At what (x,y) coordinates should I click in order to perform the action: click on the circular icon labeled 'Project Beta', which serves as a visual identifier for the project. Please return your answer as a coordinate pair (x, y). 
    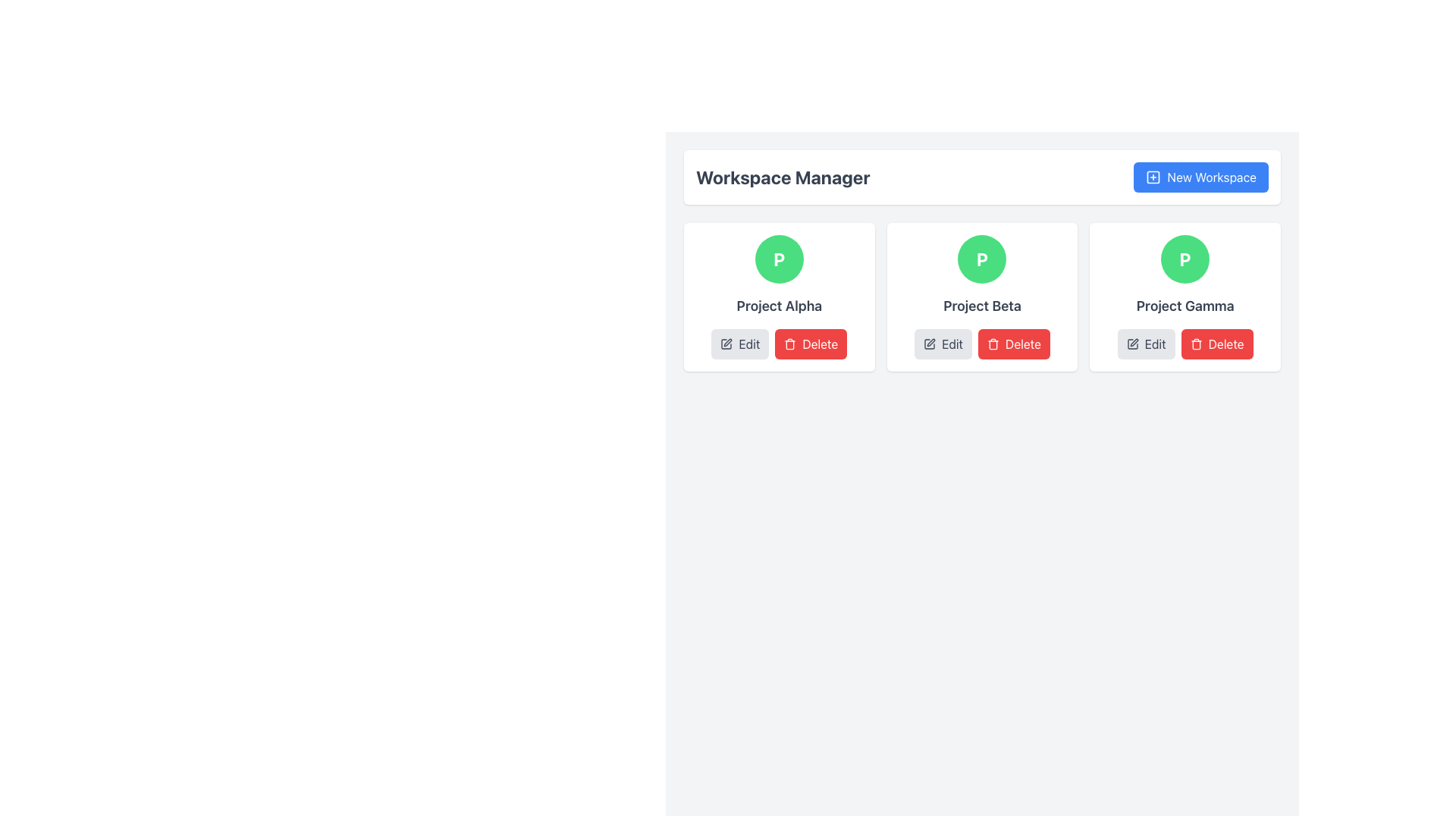
    Looking at the image, I should click on (982, 259).